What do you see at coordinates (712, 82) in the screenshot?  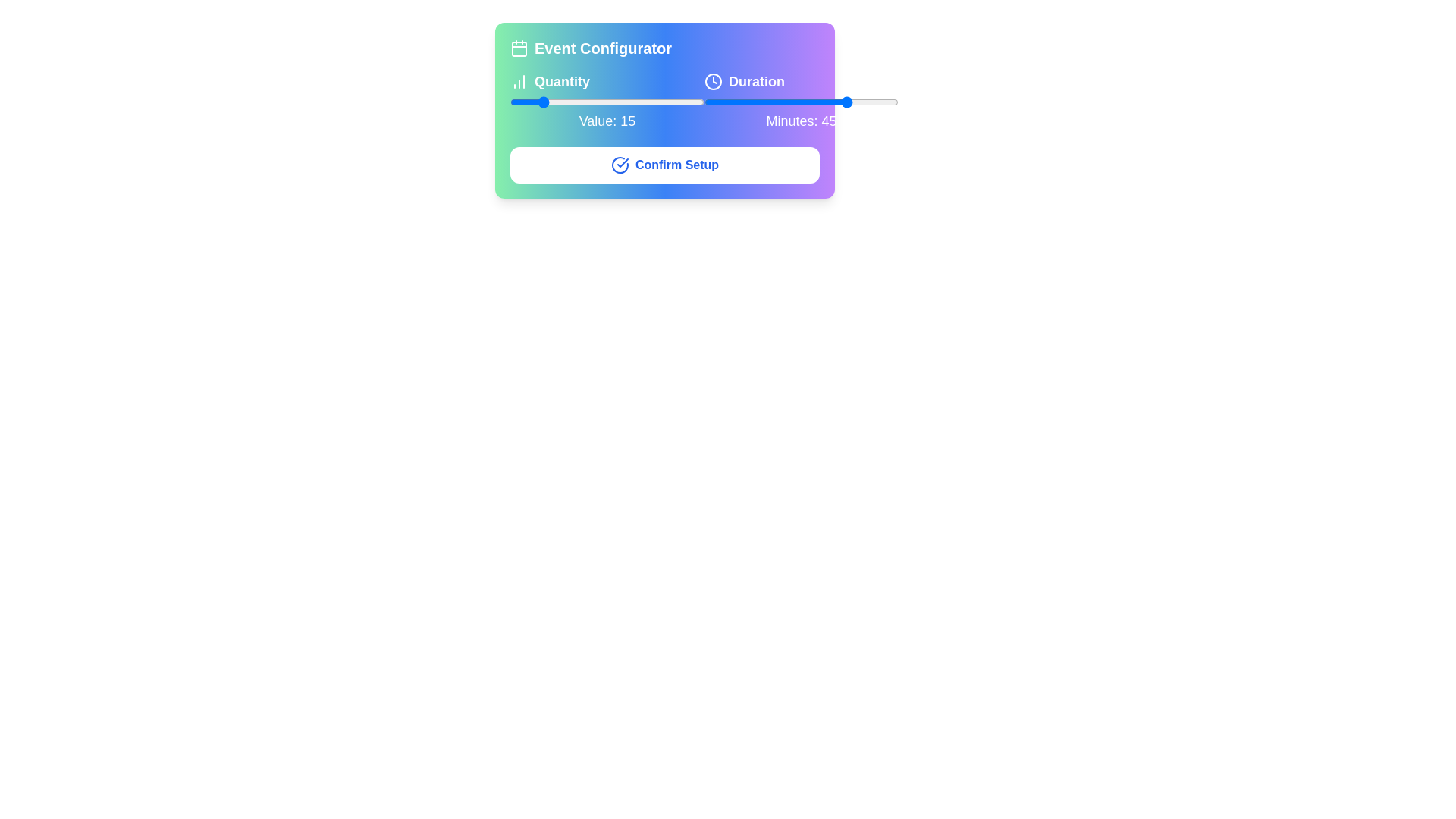 I see `the icon that indicates the duration field in the Event Configurator layout, located directly to the left of the 'Duration' label` at bounding box center [712, 82].